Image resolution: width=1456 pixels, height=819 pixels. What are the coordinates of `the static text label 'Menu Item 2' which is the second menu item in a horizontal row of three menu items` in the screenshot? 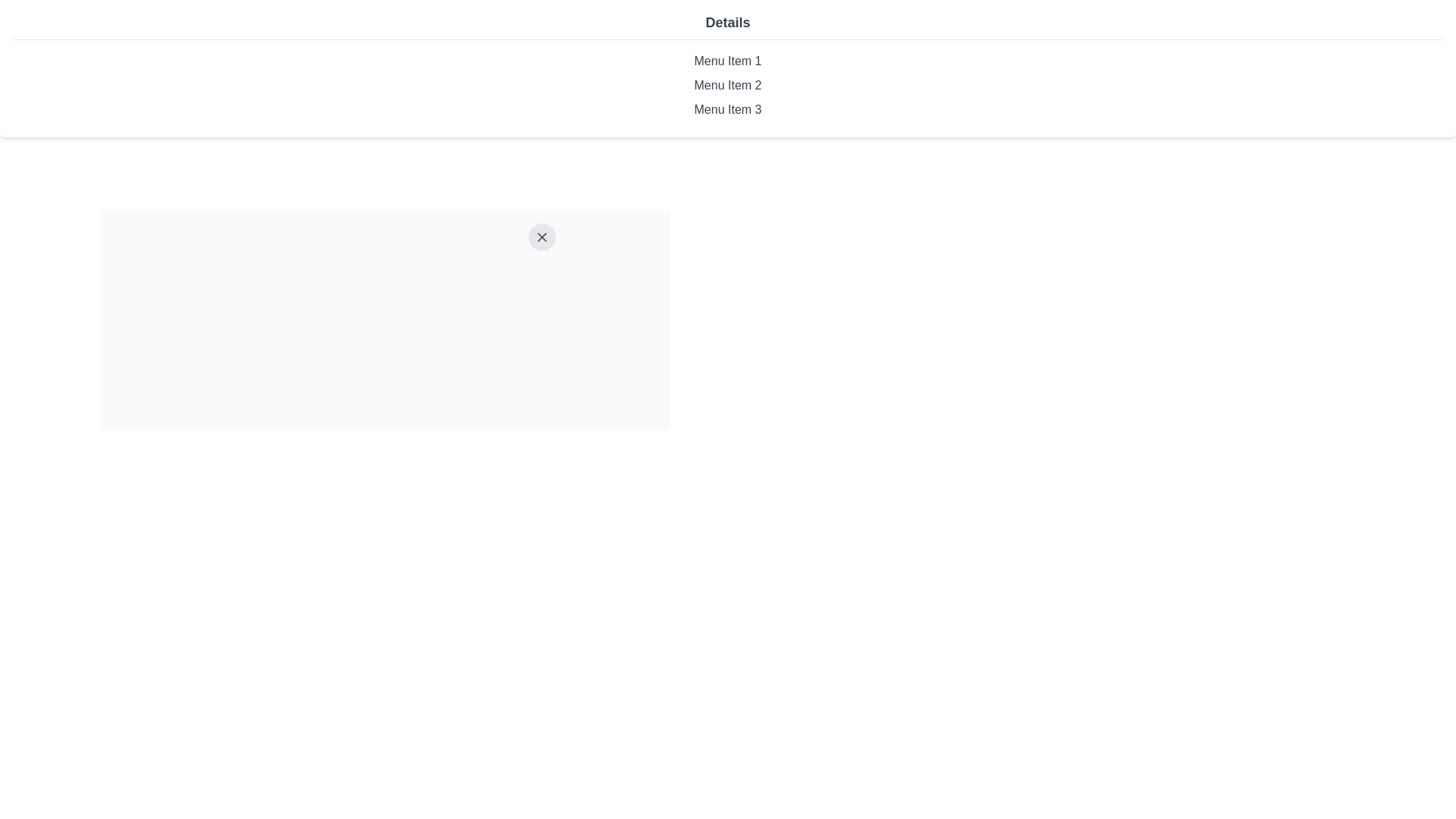 It's located at (728, 85).